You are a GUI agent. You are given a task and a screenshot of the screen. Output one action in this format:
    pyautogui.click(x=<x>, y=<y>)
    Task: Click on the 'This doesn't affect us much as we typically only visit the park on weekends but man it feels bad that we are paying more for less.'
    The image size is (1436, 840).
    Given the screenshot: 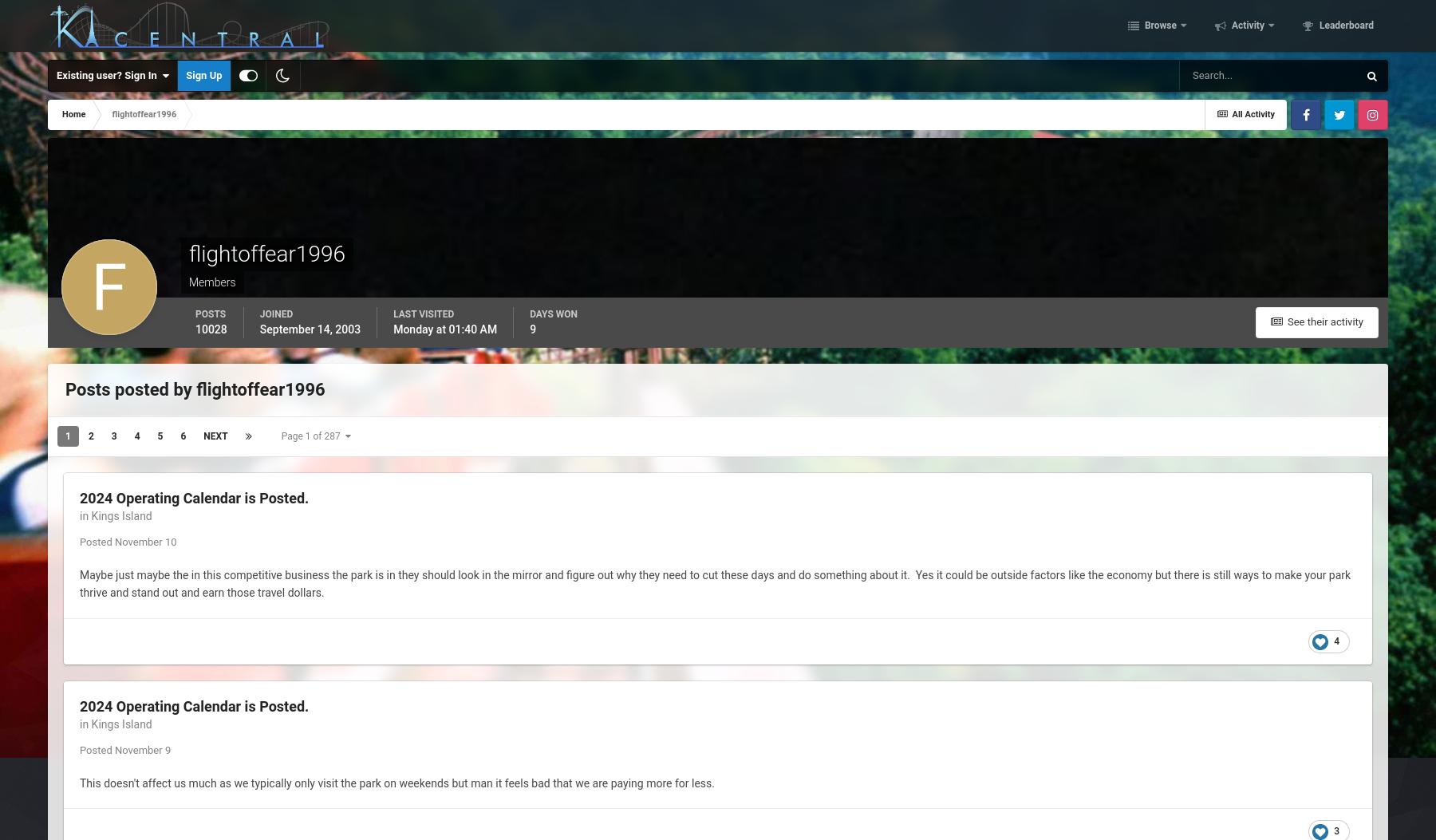 What is the action you would take?
    pyautogui.click(x=398, y=782)
    